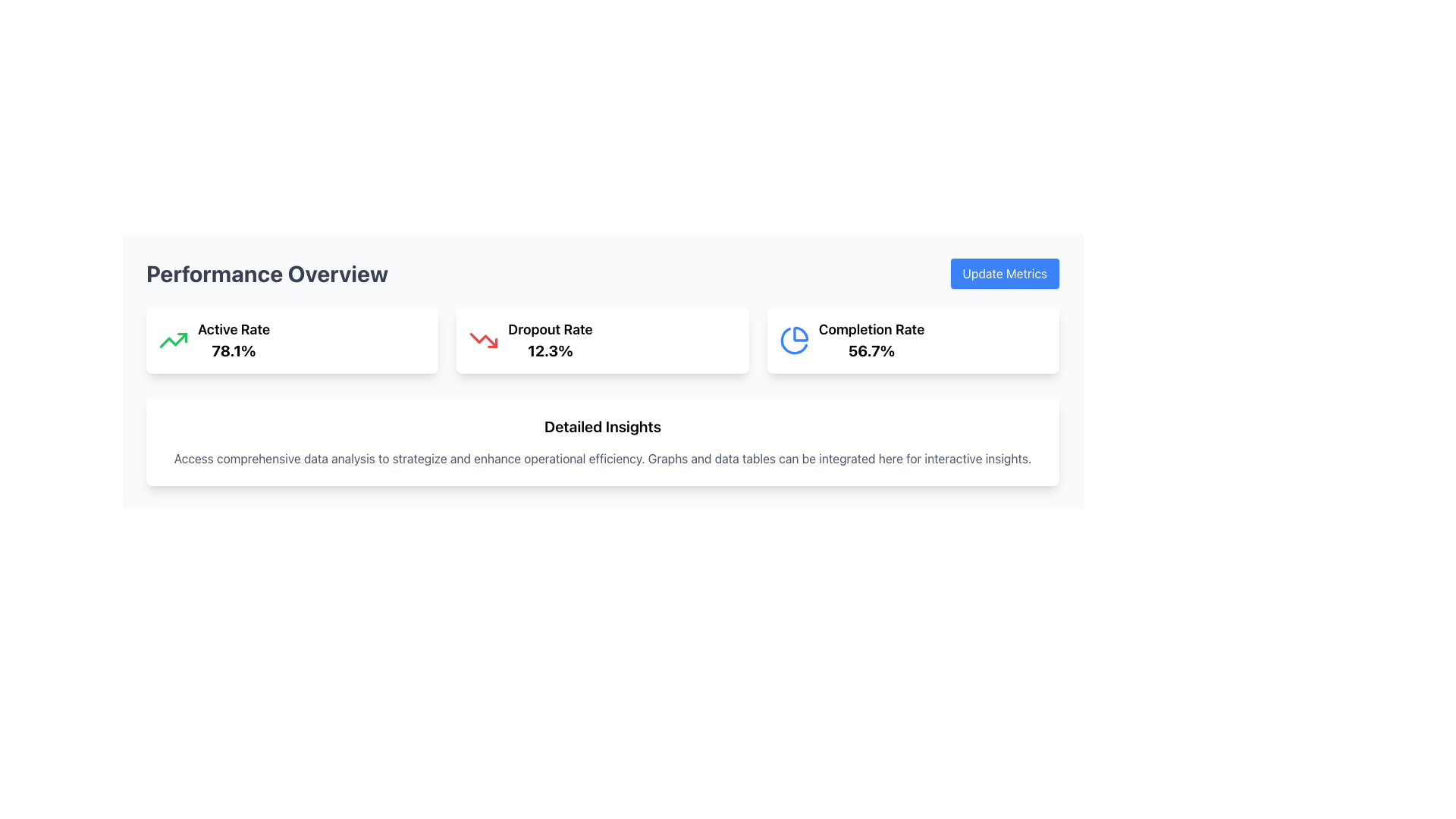 The height and width of the screenshot is (819, 1456). I want to click on the bold text displaying the percentage value '56.7%' located in the bottom section of the 'Completion Rate' card, which is the third card among three, so click(871, 350).